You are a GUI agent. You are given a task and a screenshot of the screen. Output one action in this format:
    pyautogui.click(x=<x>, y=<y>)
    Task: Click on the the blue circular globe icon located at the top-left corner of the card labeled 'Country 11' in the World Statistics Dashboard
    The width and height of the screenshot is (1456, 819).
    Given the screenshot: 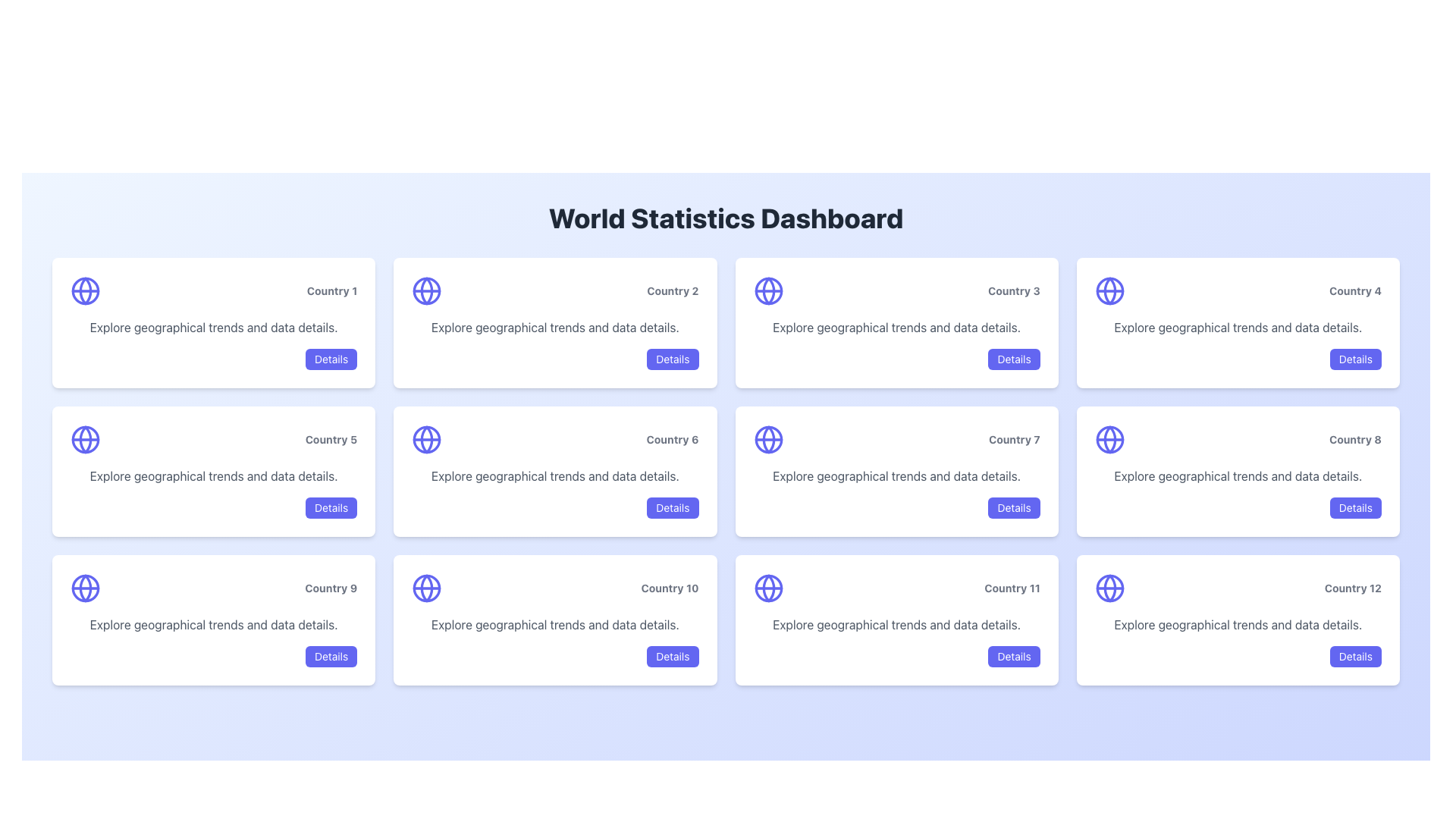 What is the action you would take?
    pyautogui.click(x=768, y=587)
    